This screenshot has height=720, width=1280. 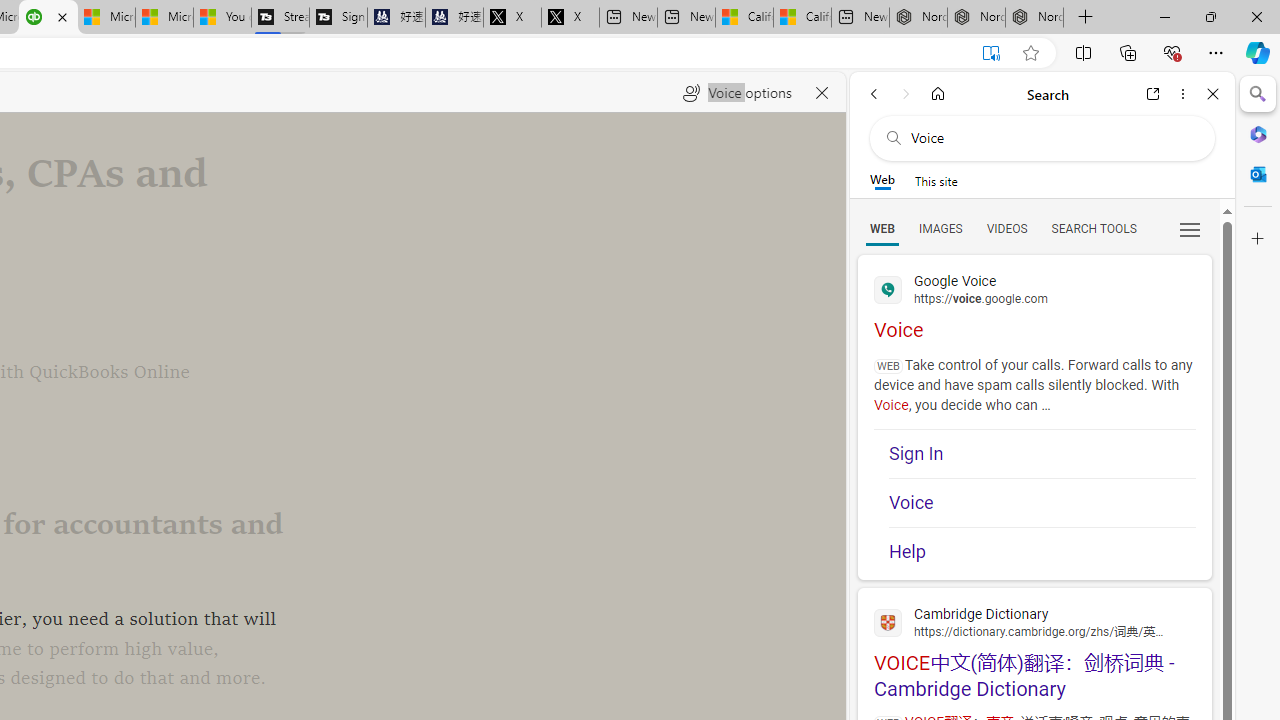 I want to click on 'Class: b_serphb', so click(x=1190, y=229).